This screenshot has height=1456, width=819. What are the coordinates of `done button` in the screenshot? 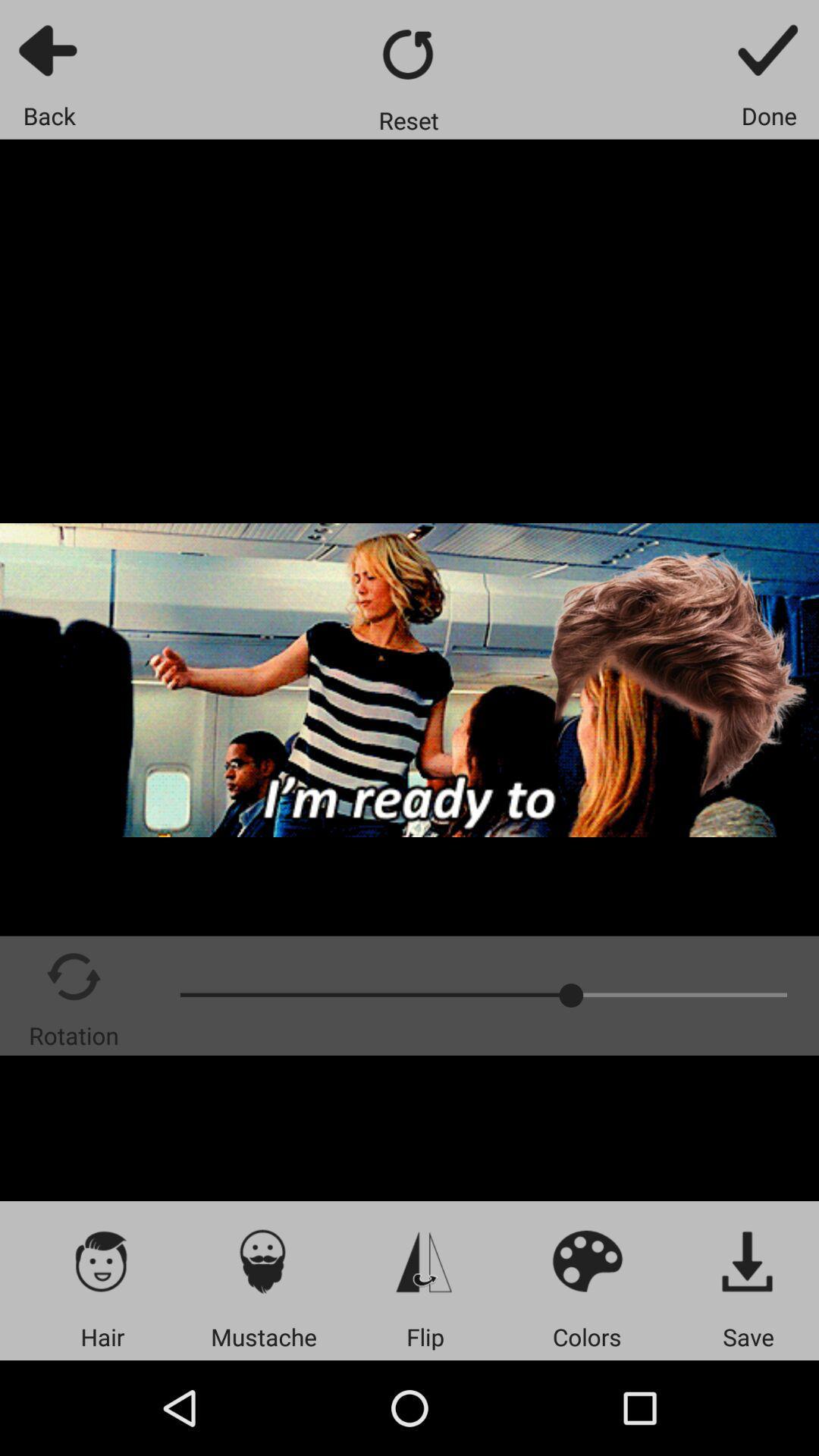 It's located at (769, 49).